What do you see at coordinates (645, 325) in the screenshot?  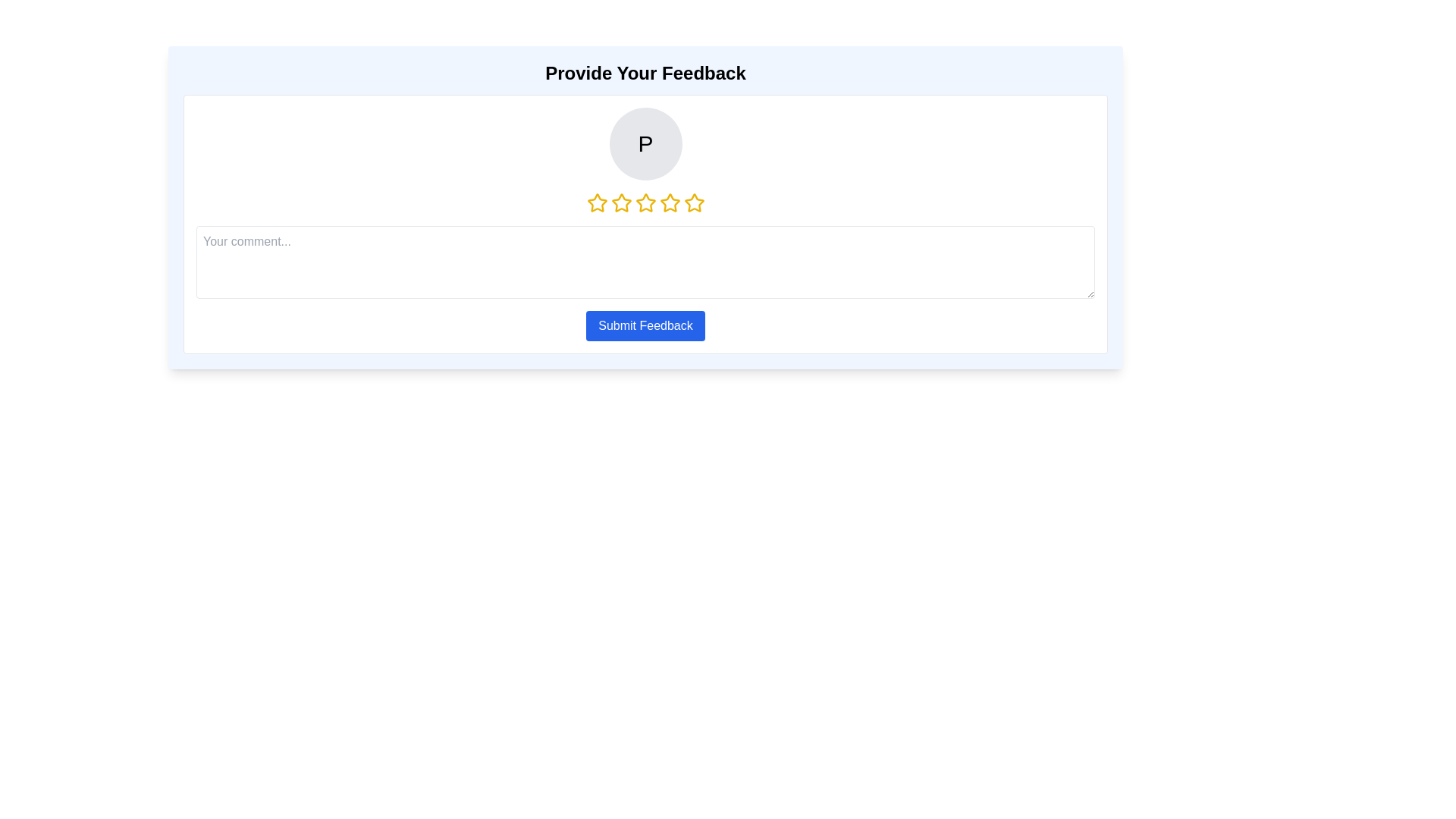 I see `the 'Submit Feedback' button` at bounding box center [645, 325].